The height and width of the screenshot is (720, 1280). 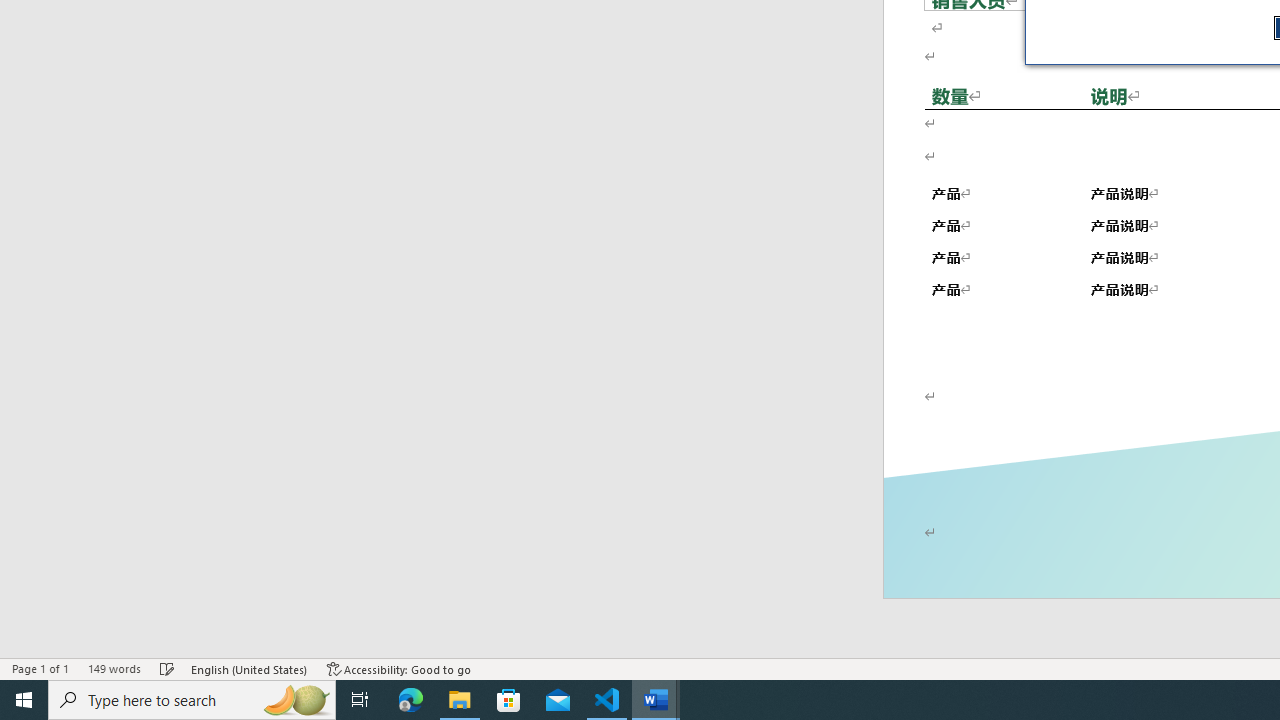 What do you see at coordinates (399, 669) in the screenshot?
I see `'Accessibility Checker Accessibility: Good to go'` at bounding box center [399, 669].